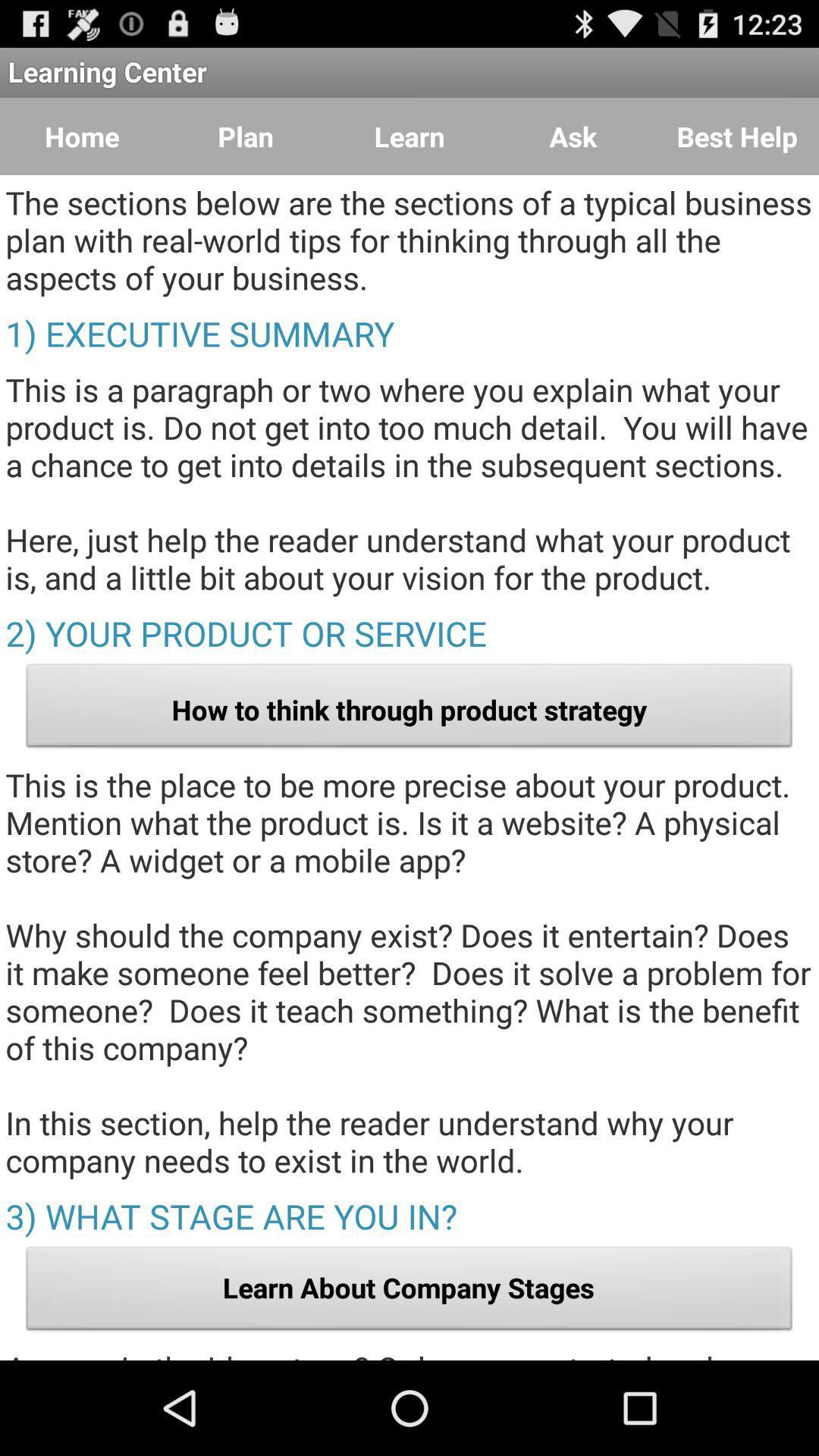 Image resolution: width=819 pixels, height=1456 pixels. I want to click on the app below the learning center item, so click(82, 136).